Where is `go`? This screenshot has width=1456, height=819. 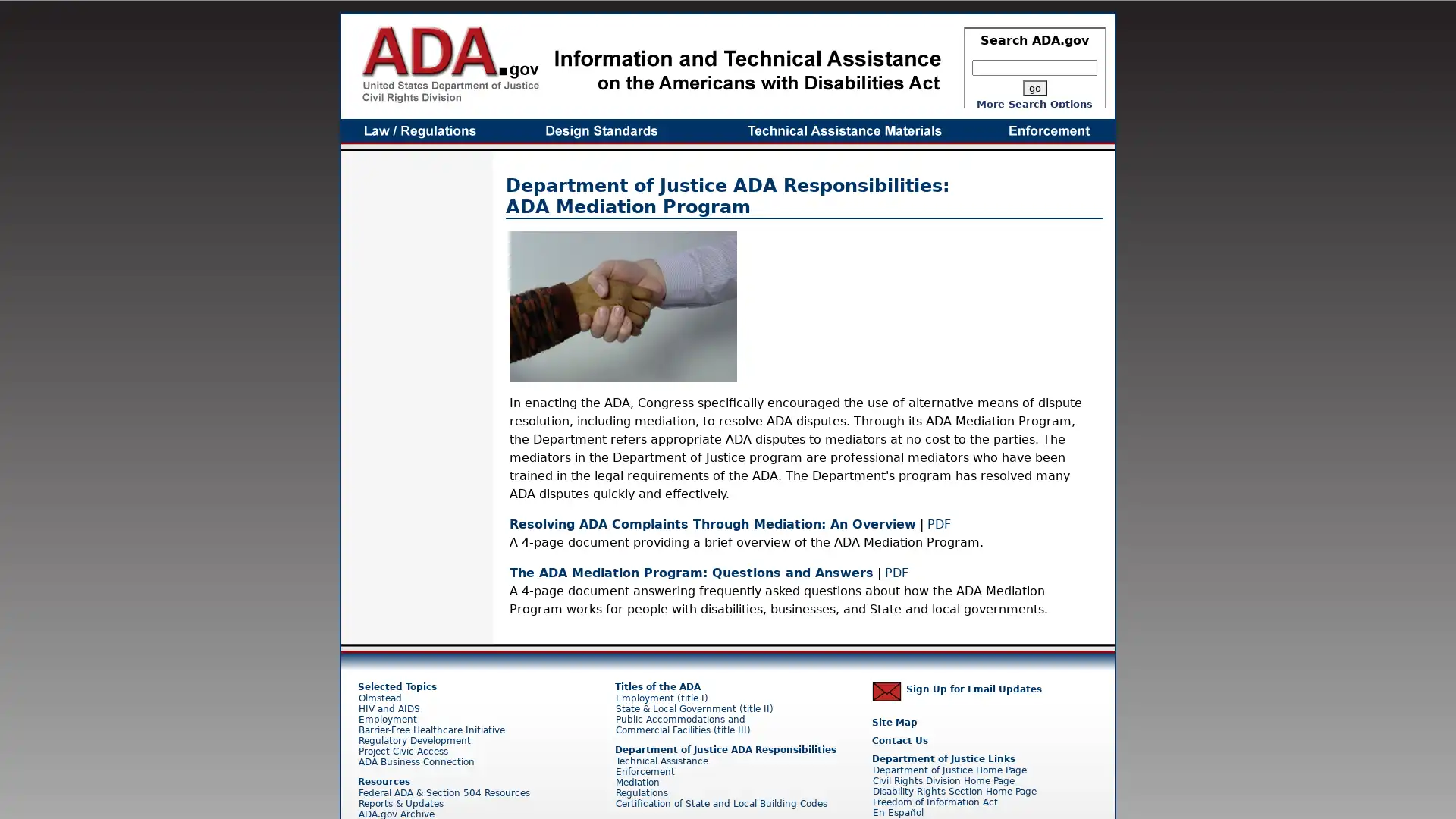
go is located at coordinates (1033, 88).